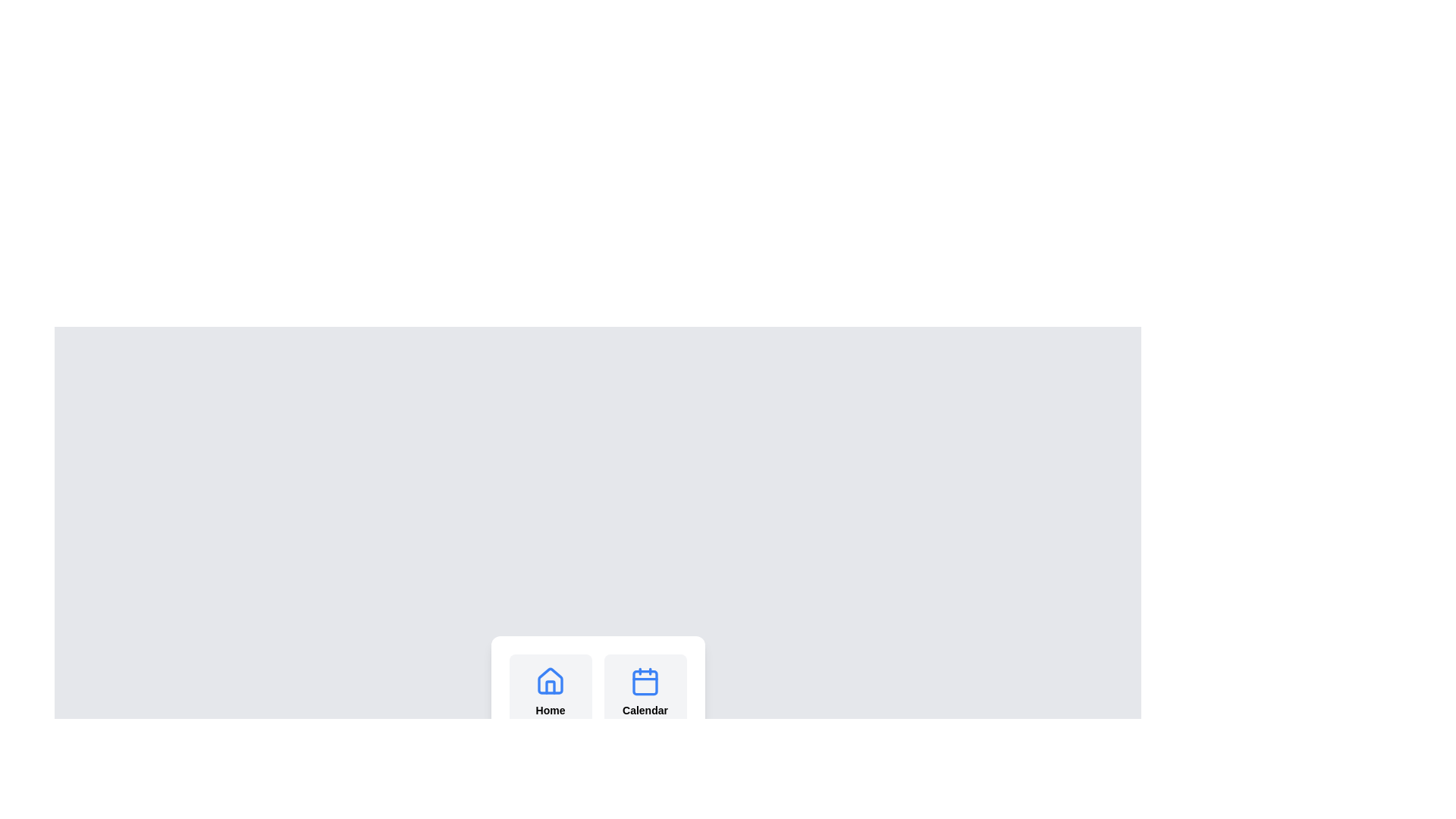  I want to click on the 'Home' icon, so click(549, 680).